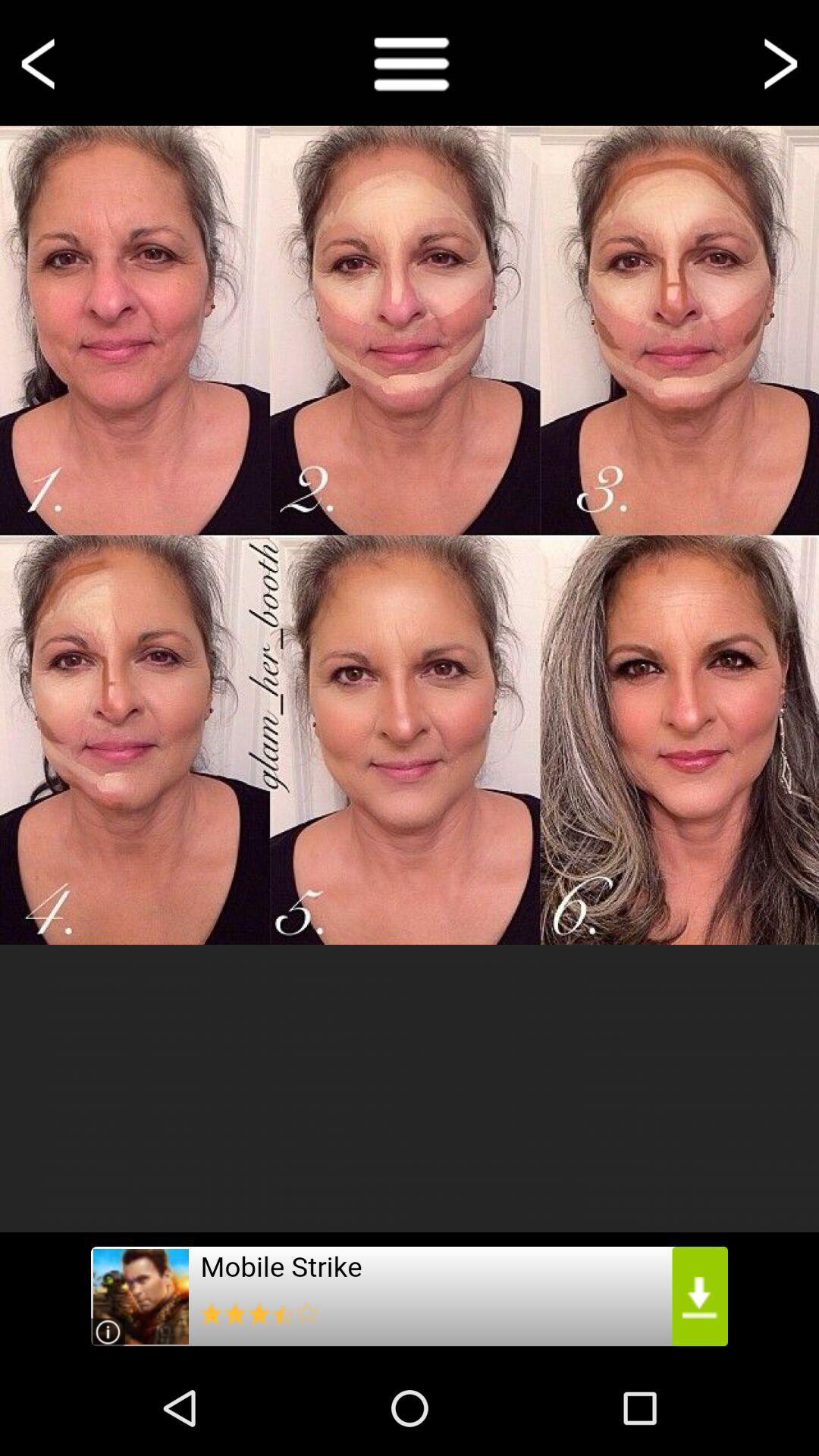 Image resolution: width=819 pixels, height=1456 pixels. I want to click on menu, so click(409, 61).